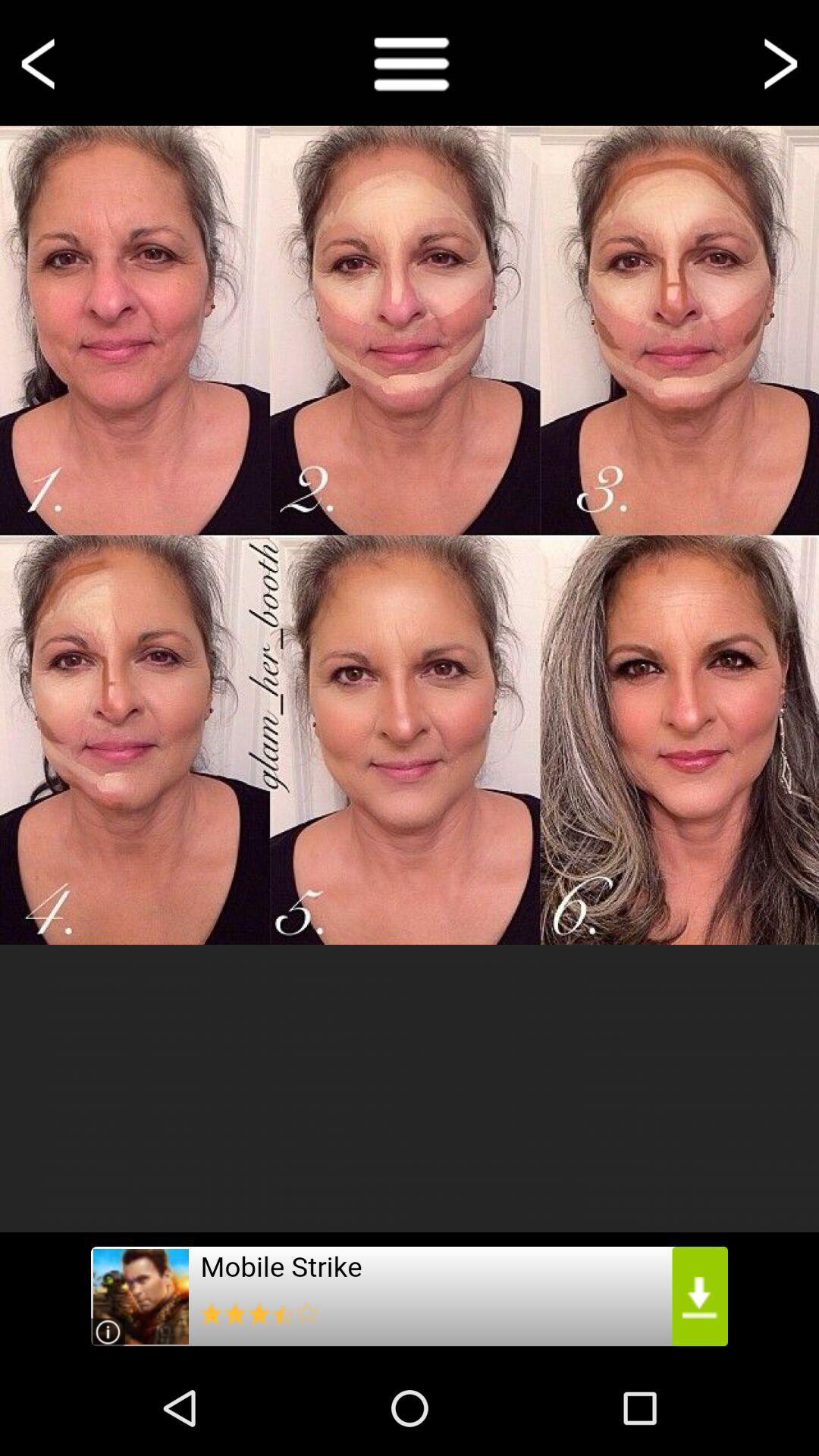 Image resolution: width=819 pixels, height=1456 pixels. I want to click on menu, so click(409, 61).